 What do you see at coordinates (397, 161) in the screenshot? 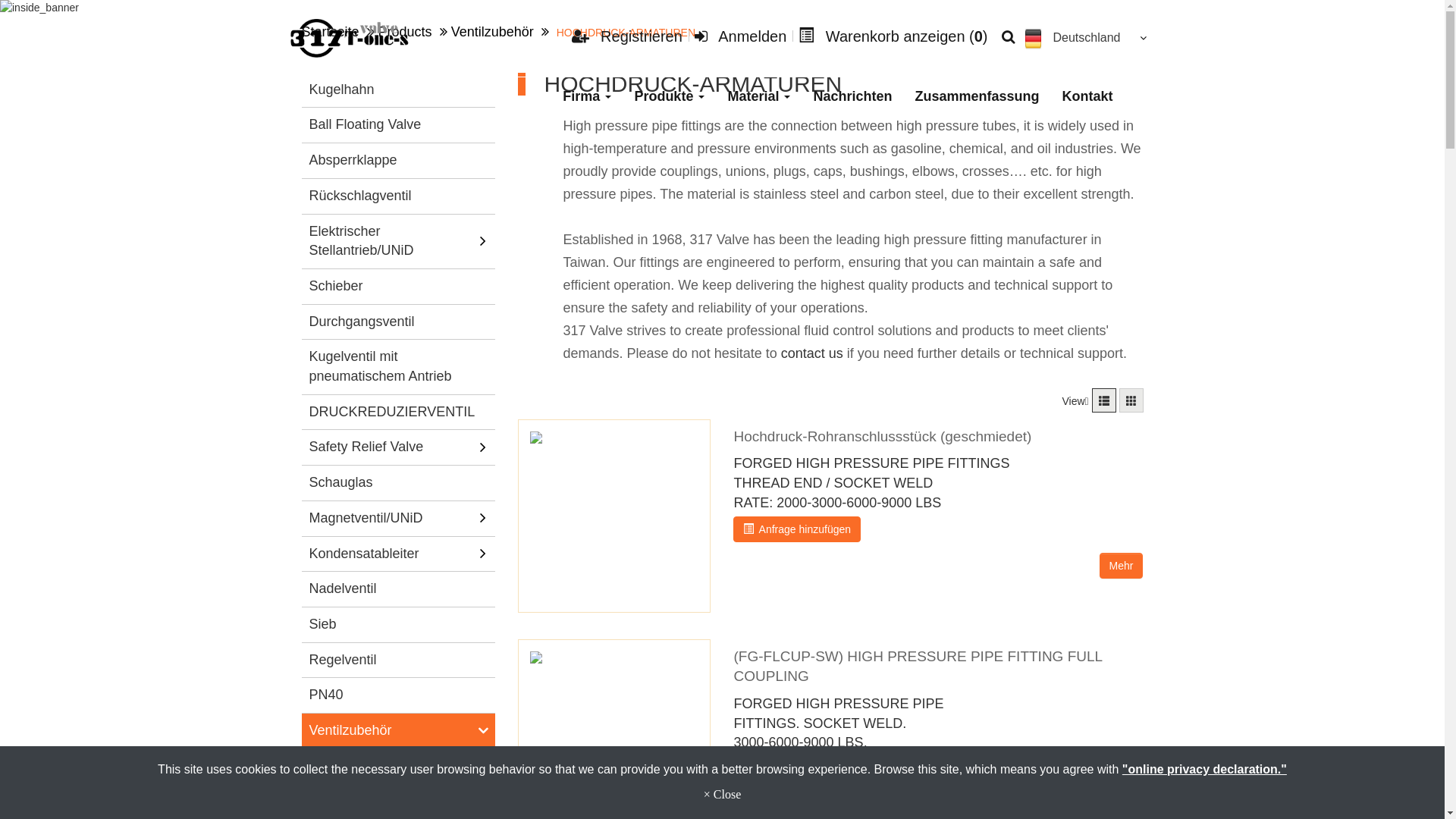
I see `'Absperrklappe'` at bounding box center [397, 161].